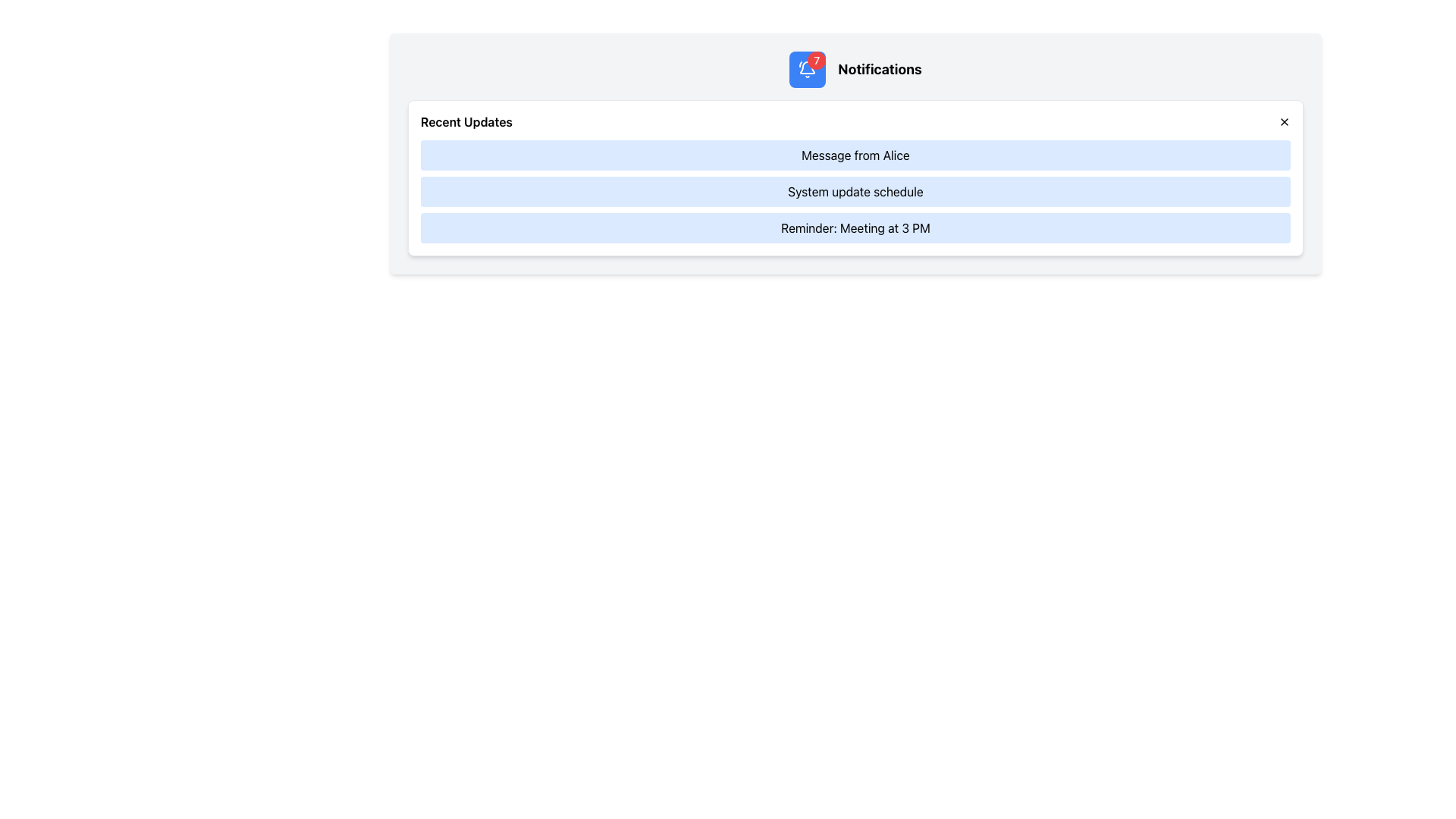 The image size is (1456, 819). Describe the element at coordinates (855, 191) in the screenshot. I see `the text label displaying the notification message 'System update schedule', which is the second item in the notifications panel` at that location.